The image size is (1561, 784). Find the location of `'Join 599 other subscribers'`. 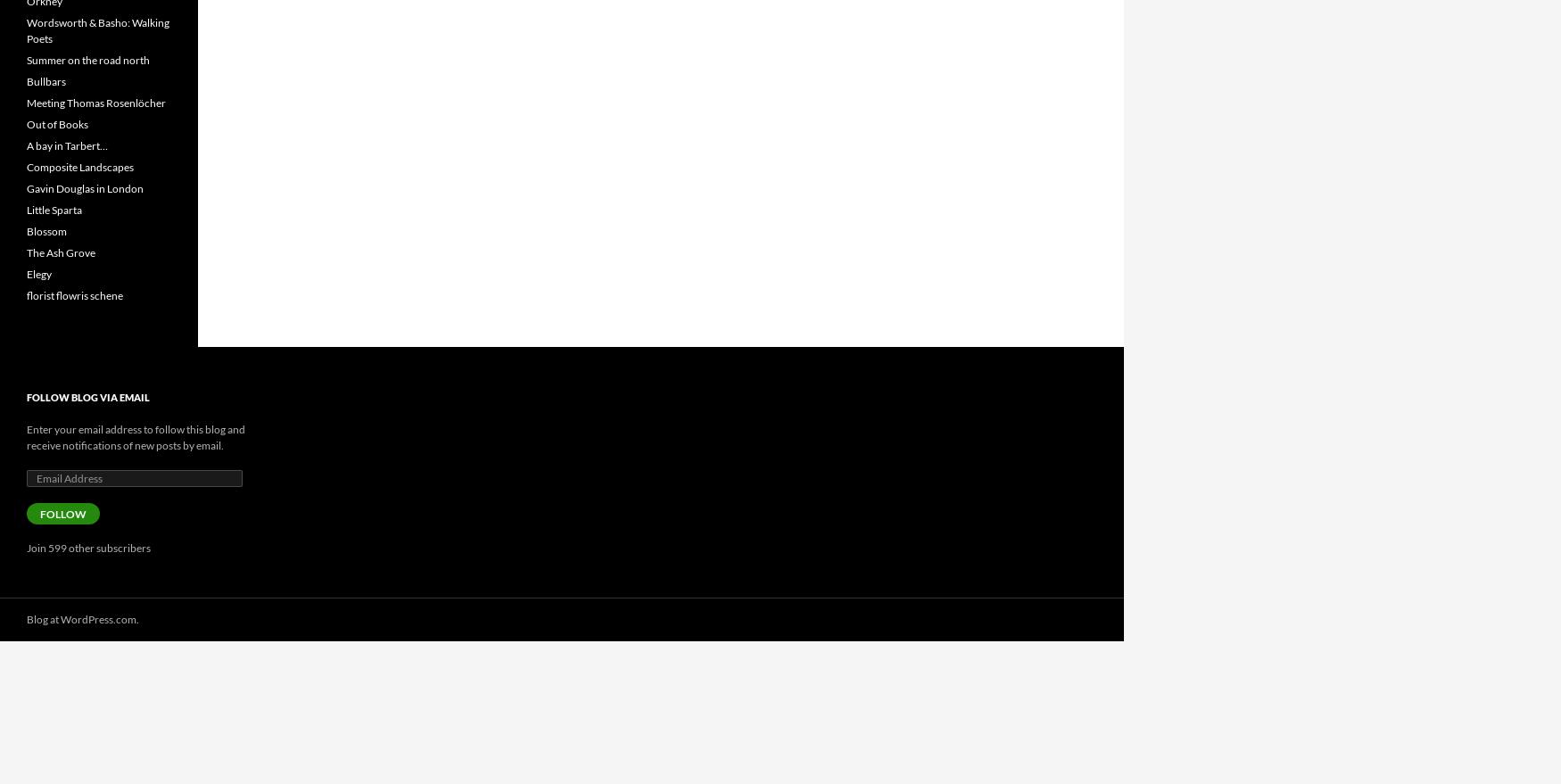

'Join 599 other subscribers' is located at coordinates (88, 548).